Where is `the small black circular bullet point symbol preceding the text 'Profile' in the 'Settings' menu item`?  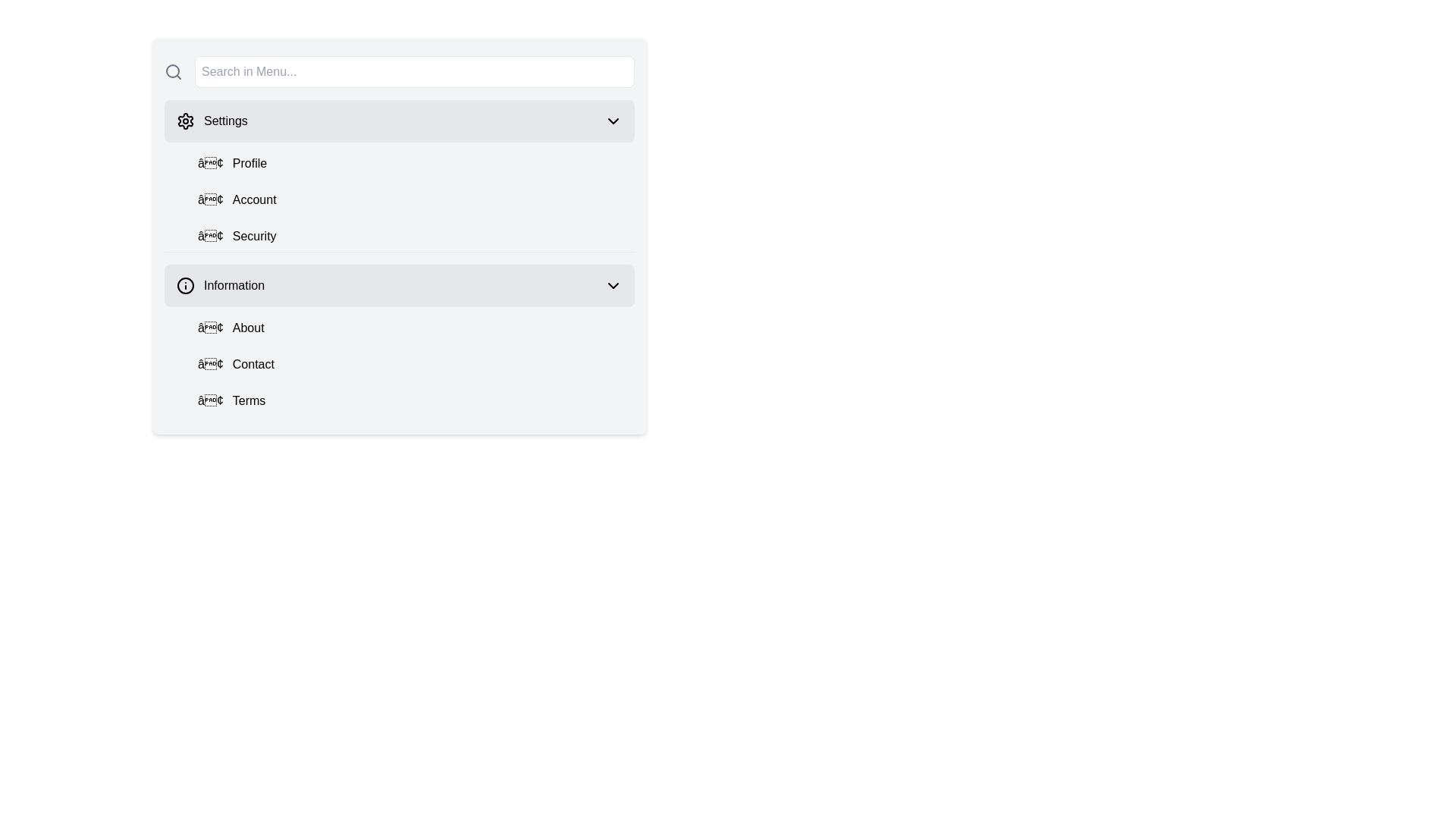
the small black circular bullet point symbol preceding the text 'Profile' in the 'Settings' menu item is located at coordinates (209, 164).